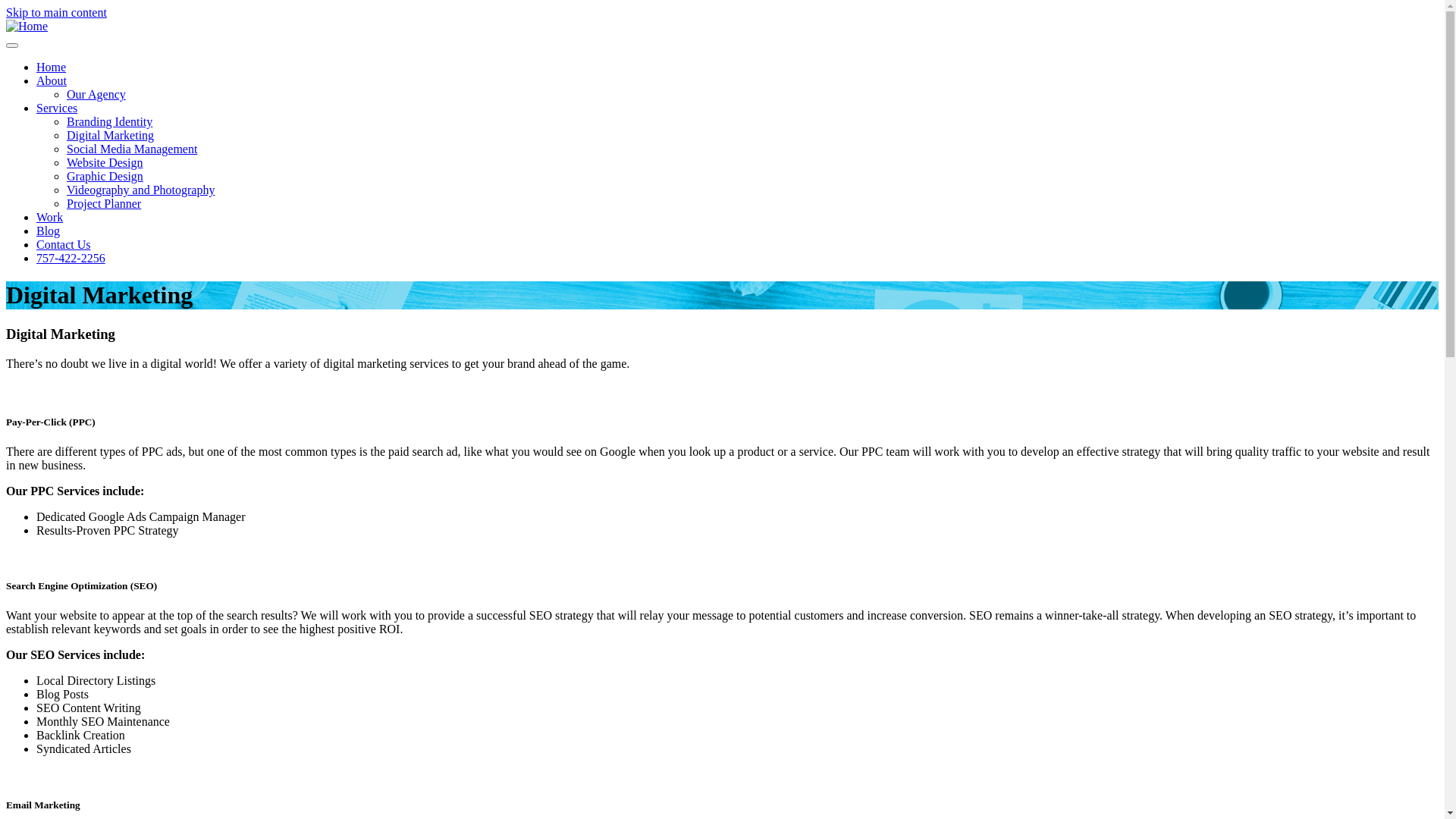 This screenshot has height=819, width=1456. What do you see at coordinates (62, 243) in the screenshot?
I see `'Contact Us'` at bounding box center [62, 243].